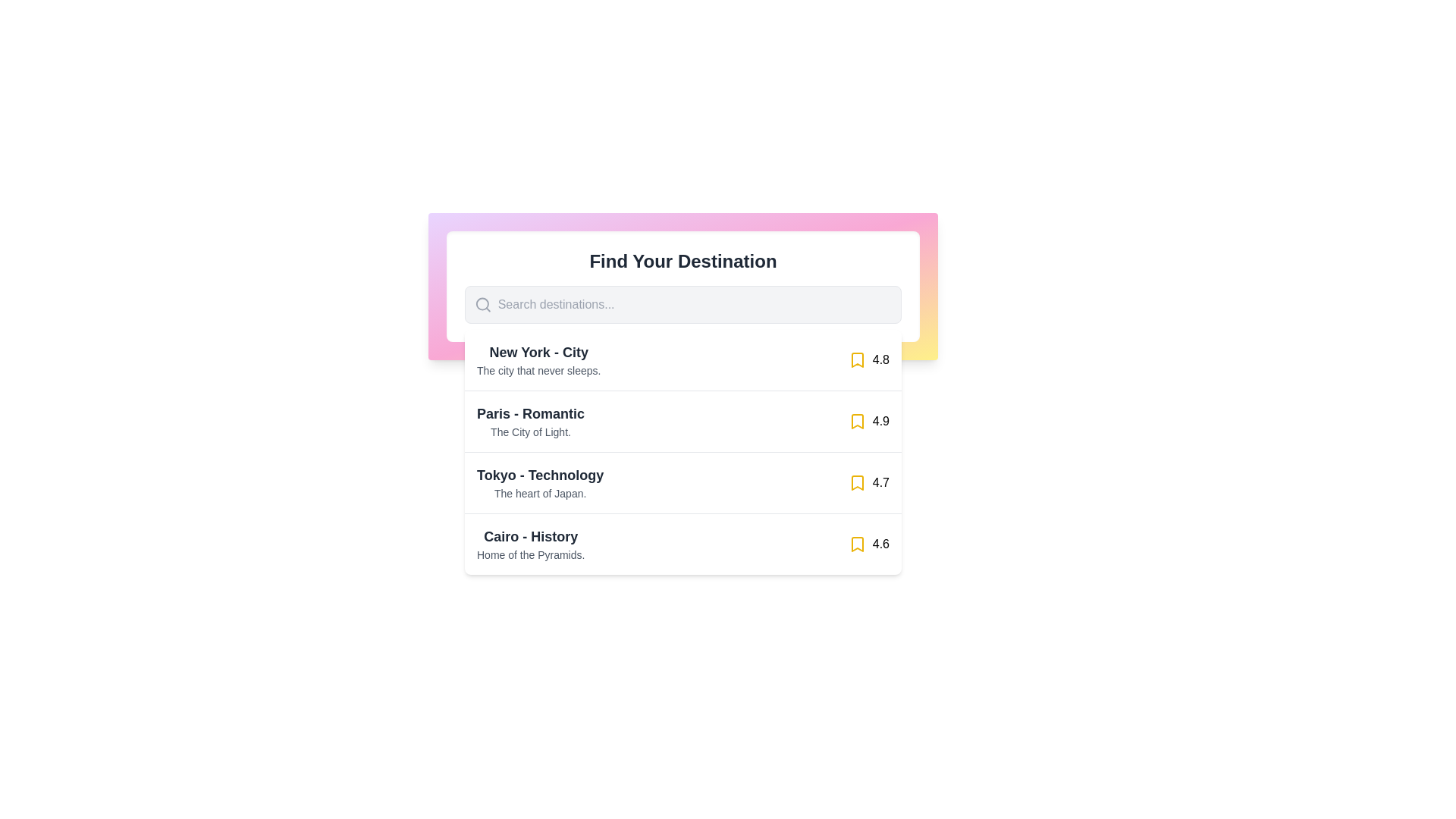  I want to click on the list item displaying 'Cairo - History', which includes the subtitle 'Home of the Pyramids.' and a rating of '4.6', located as the fourth item in the vertical list, so click(682, 543).